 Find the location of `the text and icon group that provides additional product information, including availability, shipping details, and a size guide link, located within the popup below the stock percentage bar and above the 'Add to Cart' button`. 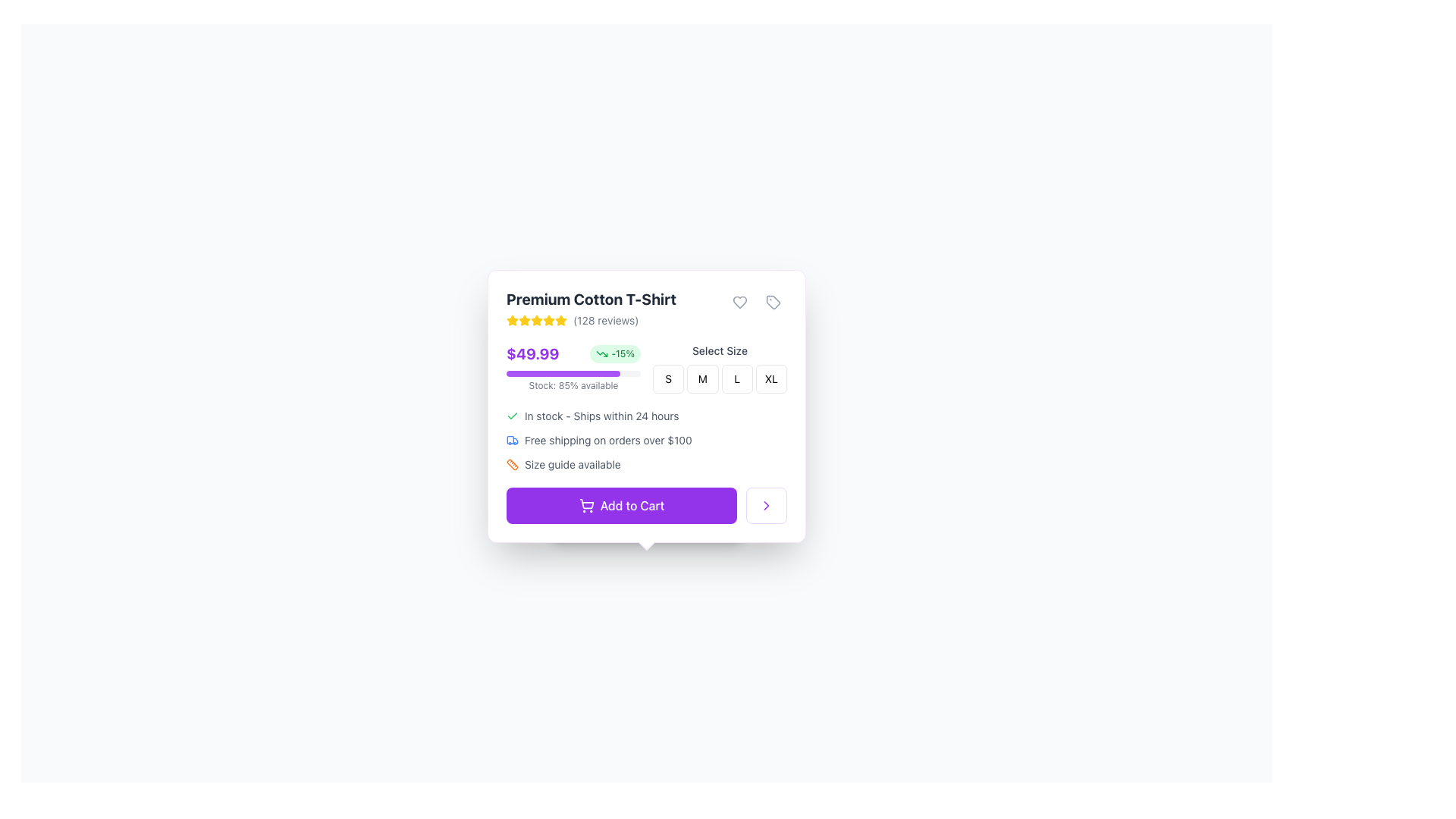

the text and icon group that provides additional product information, including availability, shipping details, and a size guide link, located within the popup below the stock percentage bar and above the 'Add to Cart' button is located at coordinates (647, 441).